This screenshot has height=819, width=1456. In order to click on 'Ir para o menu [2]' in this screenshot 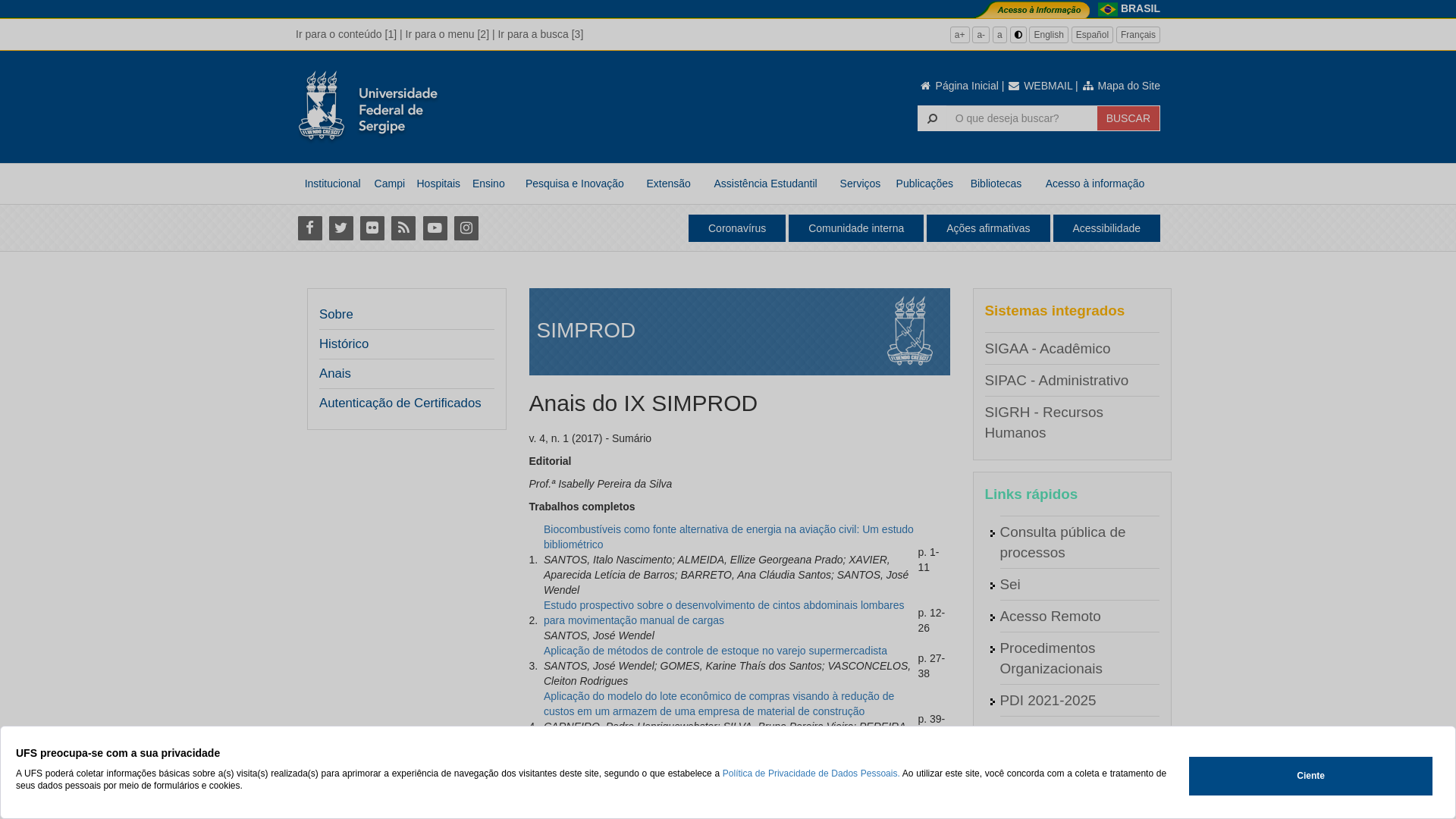, I will do `click(405, 34)`.